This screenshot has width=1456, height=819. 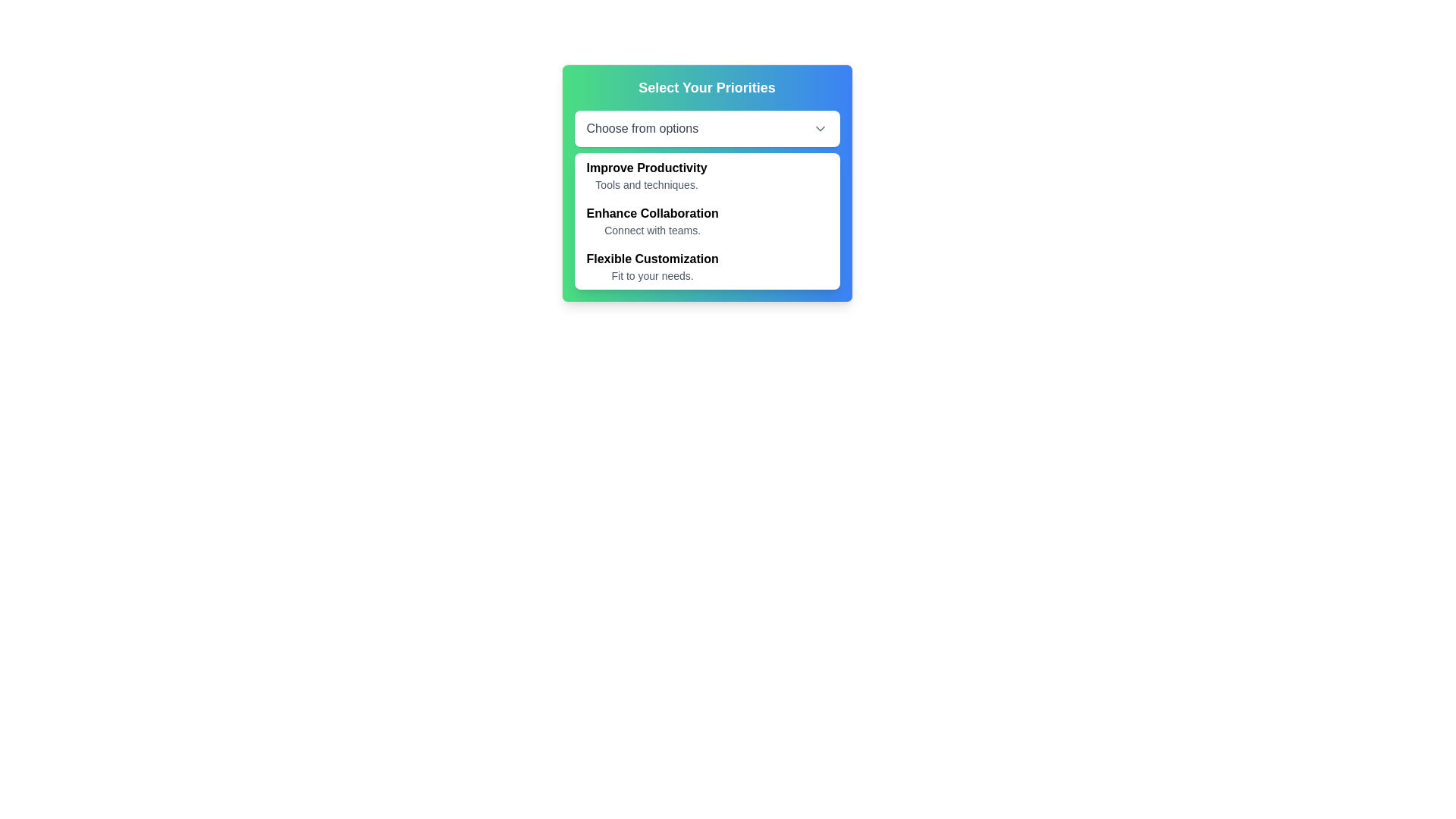 What do you see at coordinates (706, 265) in the screenshot?
I see `the third item in the dropdown menu that provides details related to 'Flexible Customization'` at bounding box center [706, 265].